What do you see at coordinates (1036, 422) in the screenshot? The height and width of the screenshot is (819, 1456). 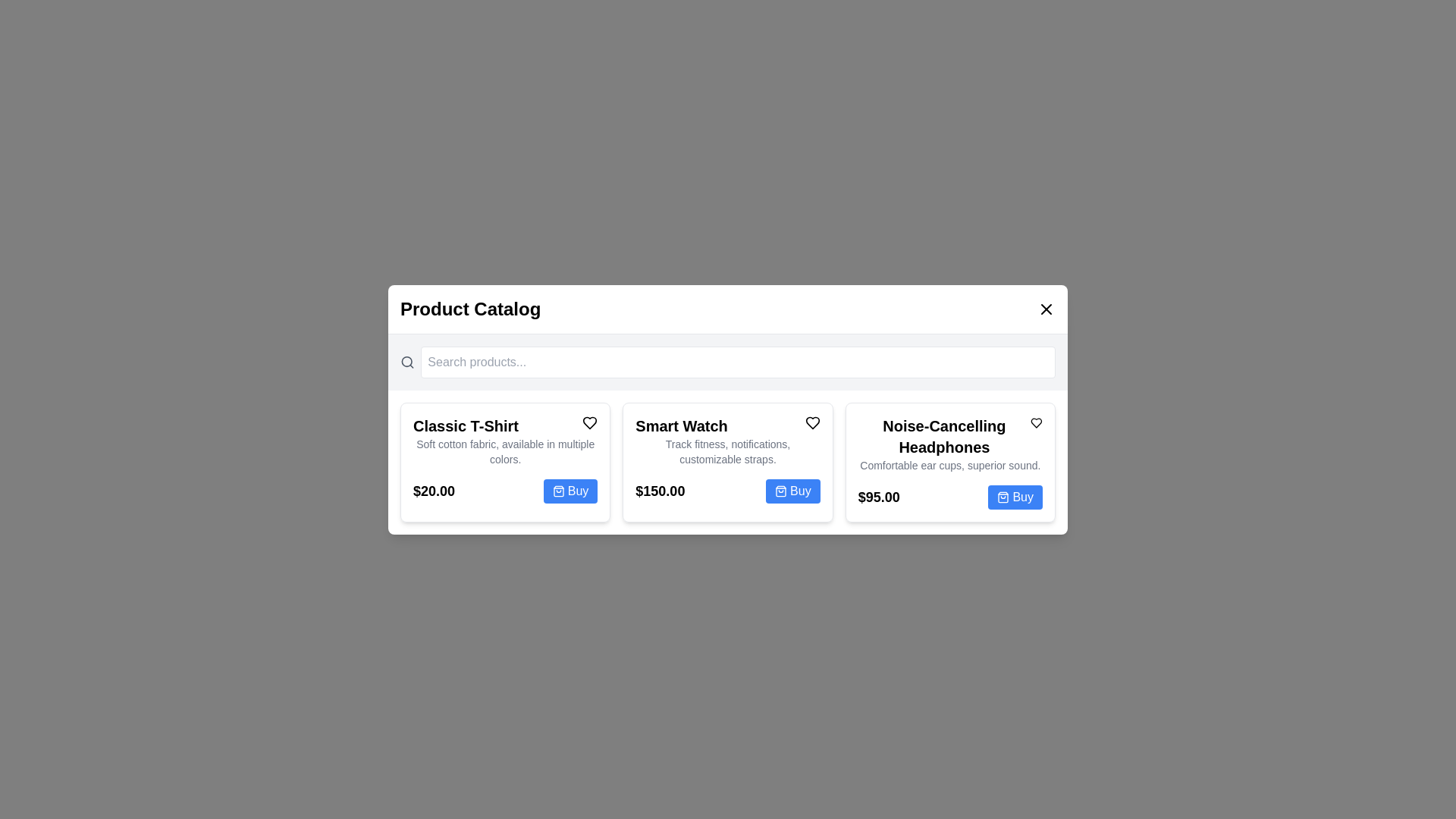 I see `the heart icon next to the product named Noise-Cancelling Headphones to add it to favorites` at bounding box center [1036, 422].